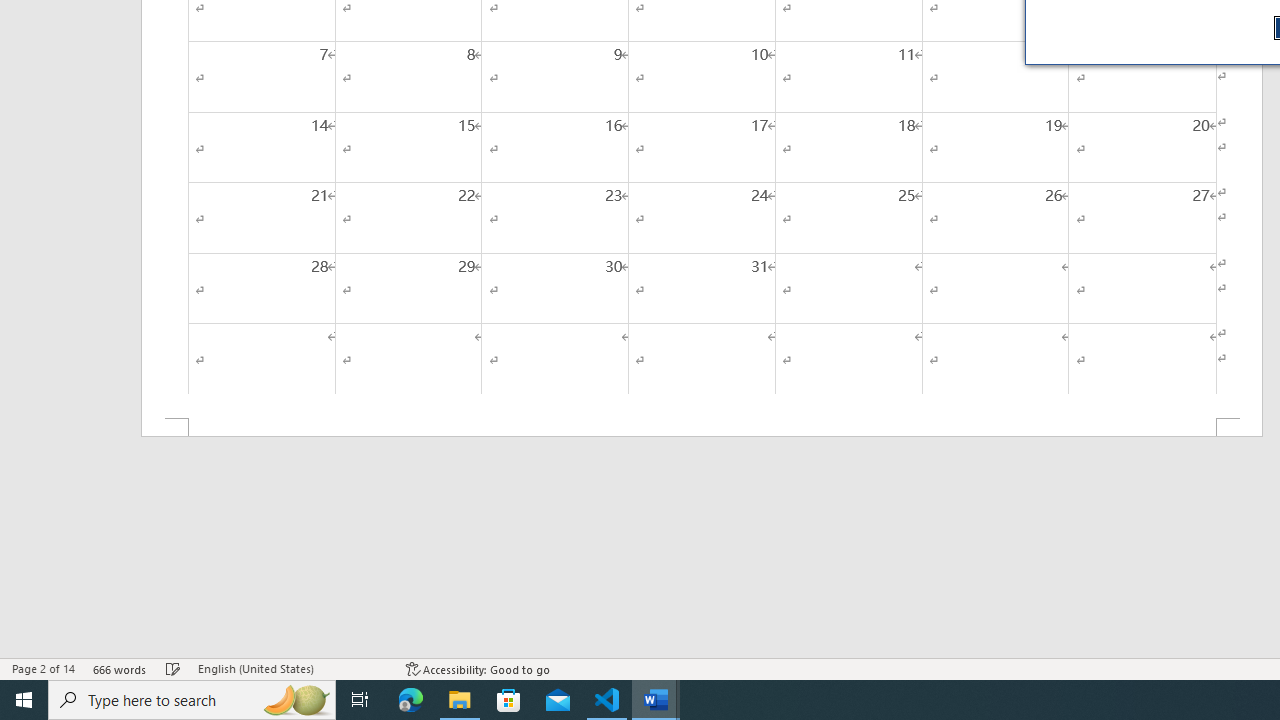 Image resolution: width=1280 pixels, height=720 pixels. What do you see at coordinates (509, 698) in the screenshot?
I see `'Microsoft Store'` at bounding box center [509, 698].